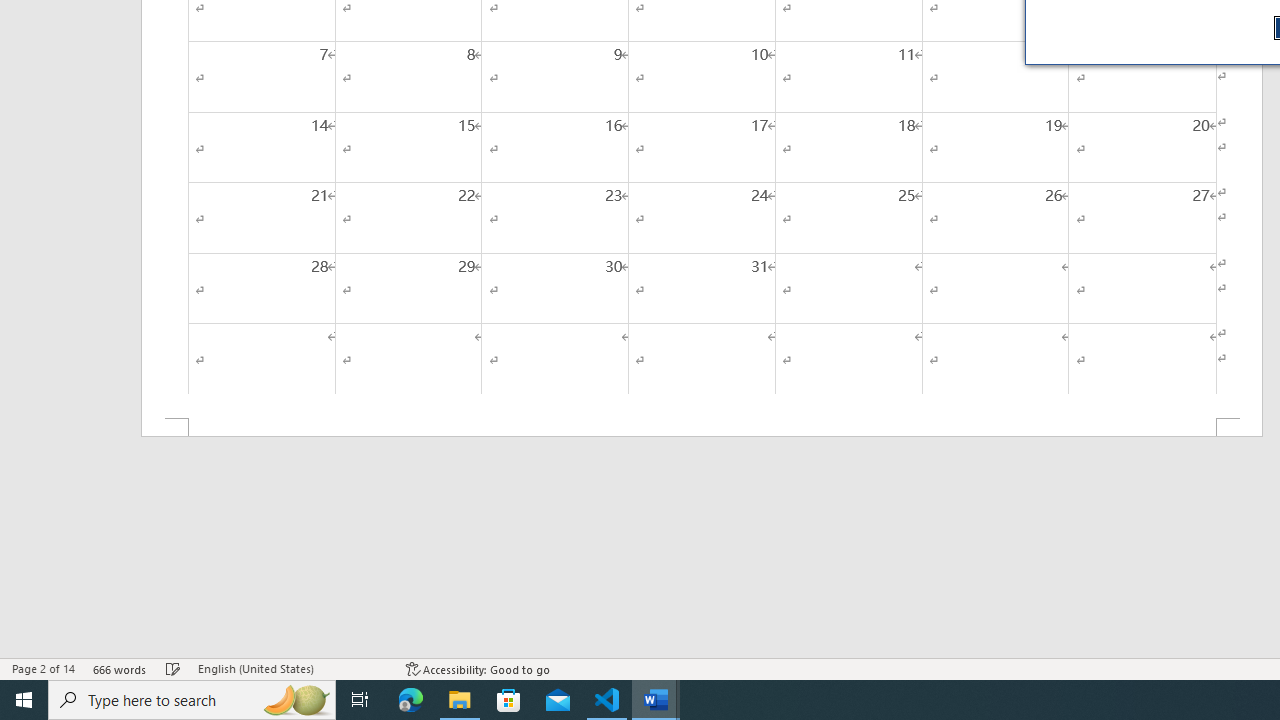 Image resolution: width=1280 pixels, height=720 pixels. What do you see at coordinates (509, 698) in the screenshot?
I see `'Microsoft Store'` at bounding box center [509, 698].